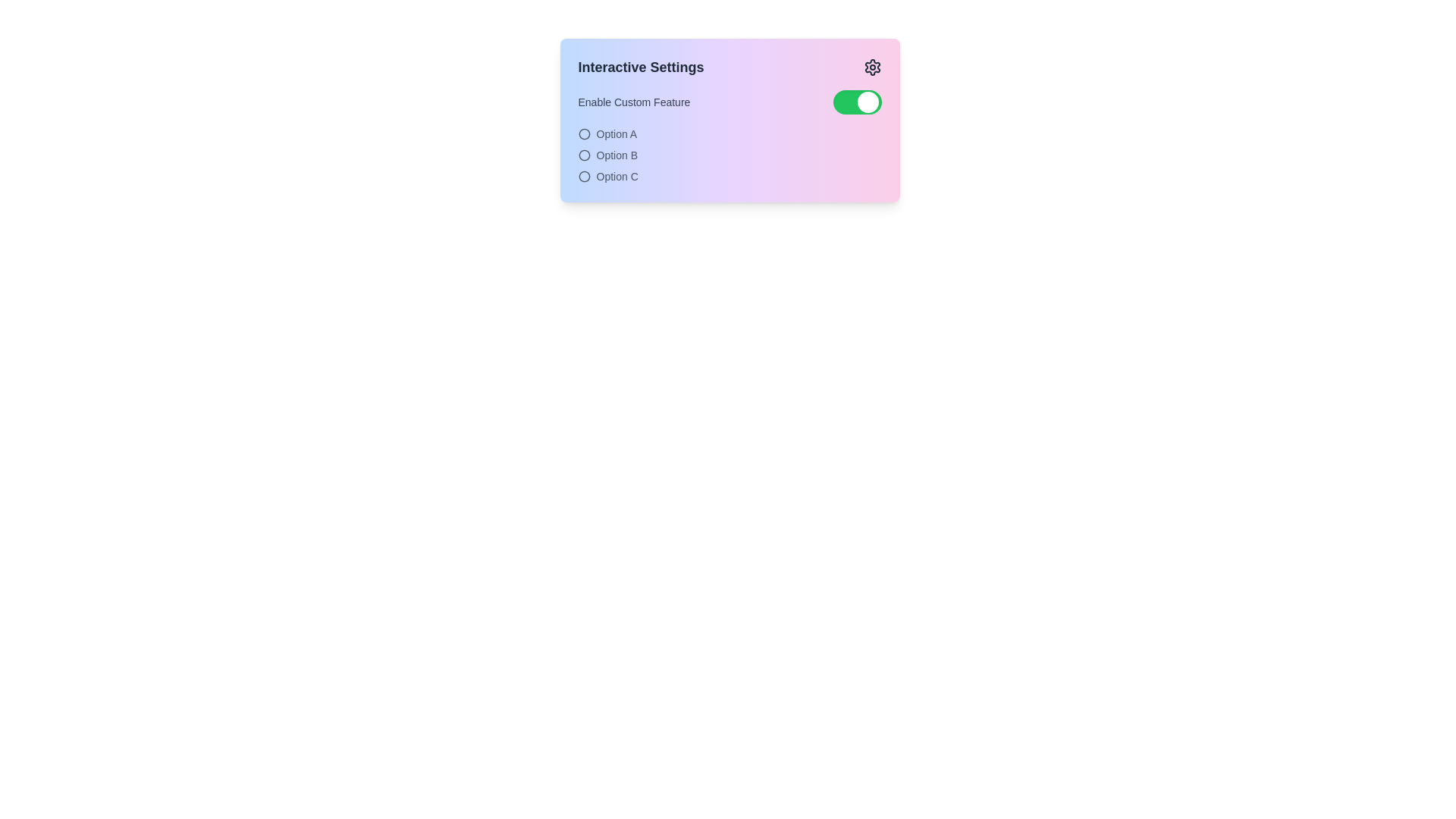 The image size is (1456, 819). Describe the element at coordinates (641, 66) in the screenshot. I see `the 'Interactive Settings' text label, which is styled in bold, large dark gray font and serves as a header within its card-like structure` at that location.